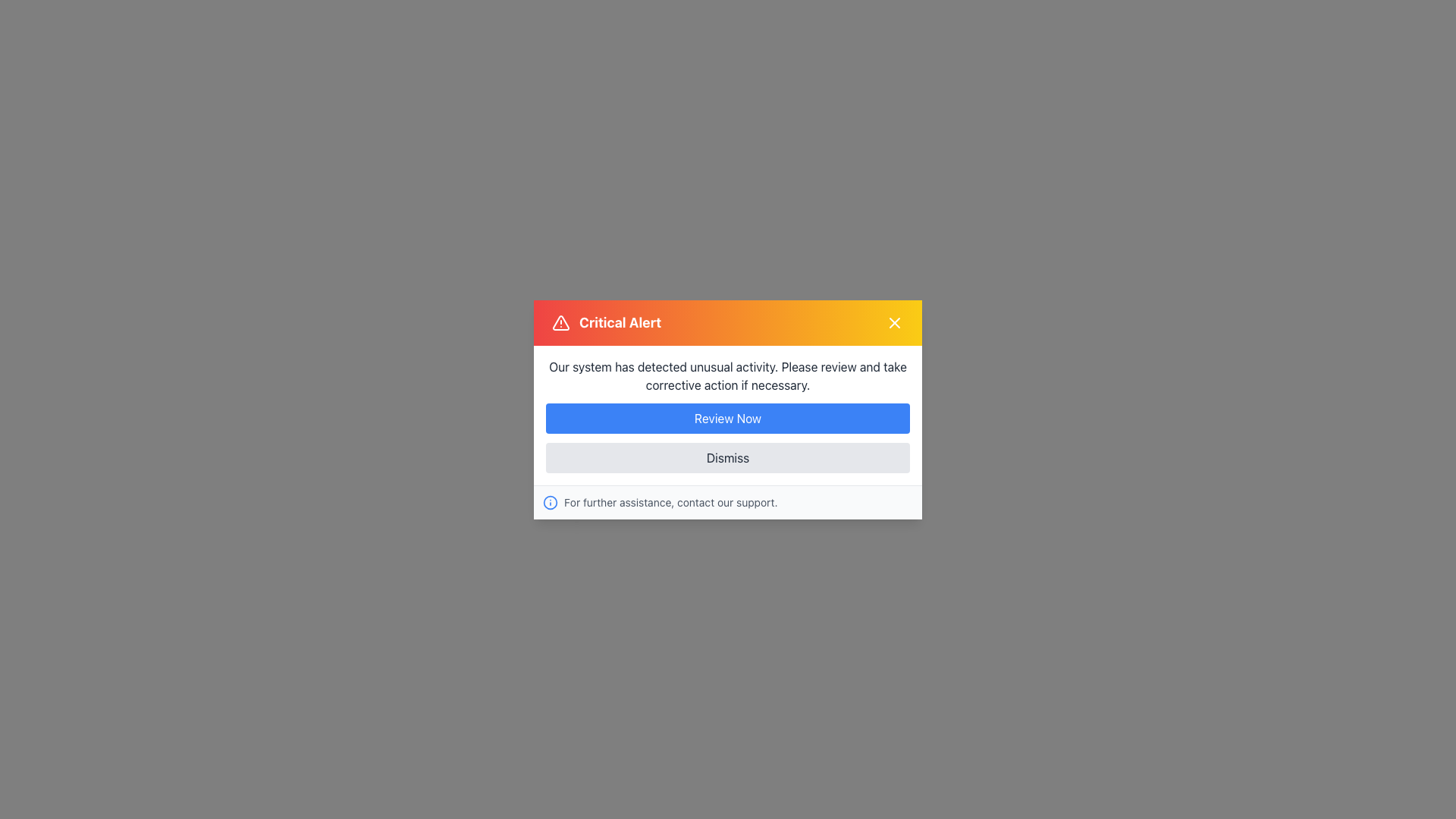  Describe the element at coordinates (560, 322) in the screenshot. I see `the triangular icon filled with a gradient, located at the top-left corner of the alert modal next to the 'Critical Alert' title` at that location.